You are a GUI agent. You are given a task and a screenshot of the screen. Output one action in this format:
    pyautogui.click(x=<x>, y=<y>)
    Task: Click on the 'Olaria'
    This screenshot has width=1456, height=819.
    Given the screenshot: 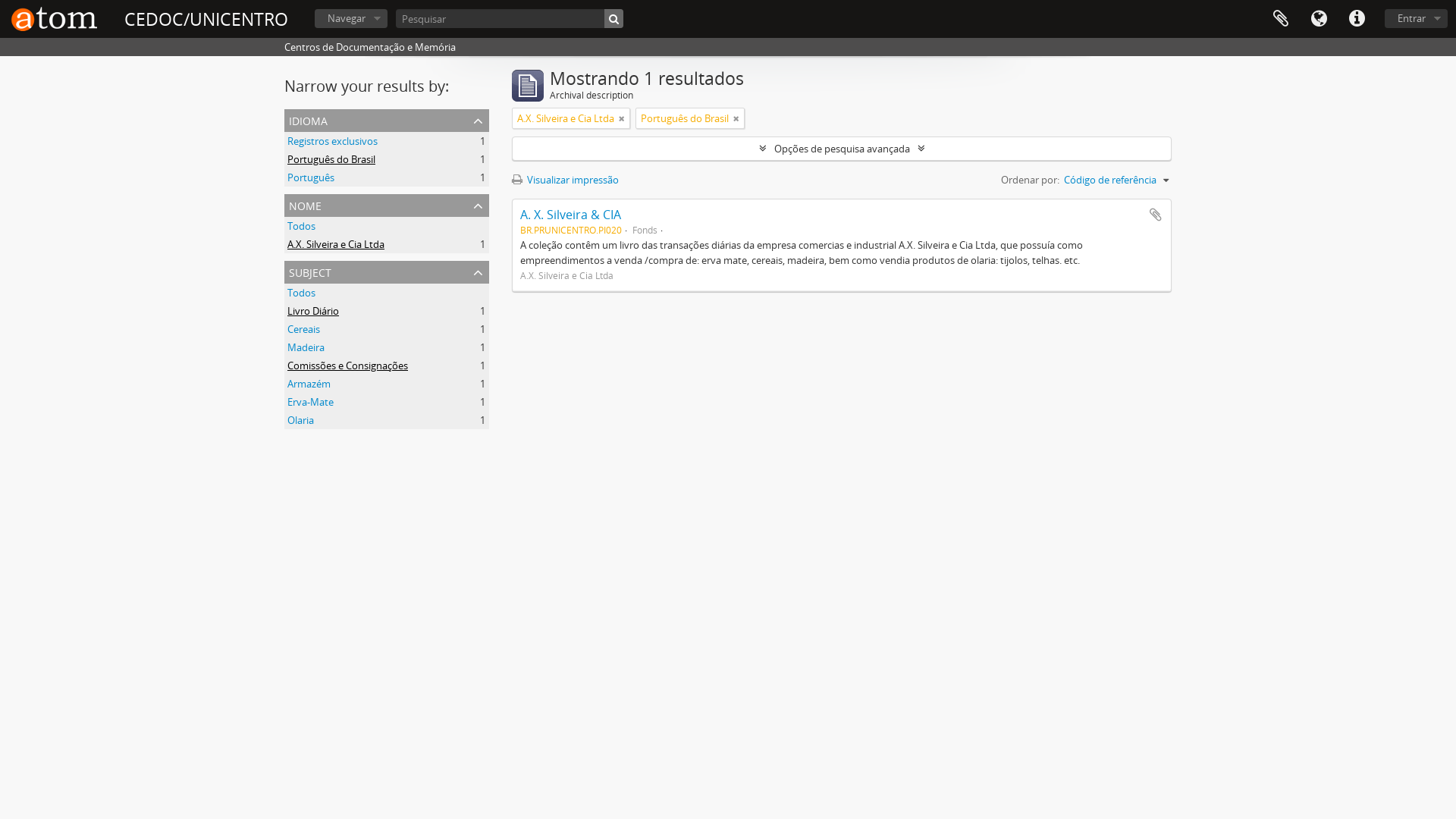 What is the action you would take?
    pyautogui.click(x=287, y=420)
    